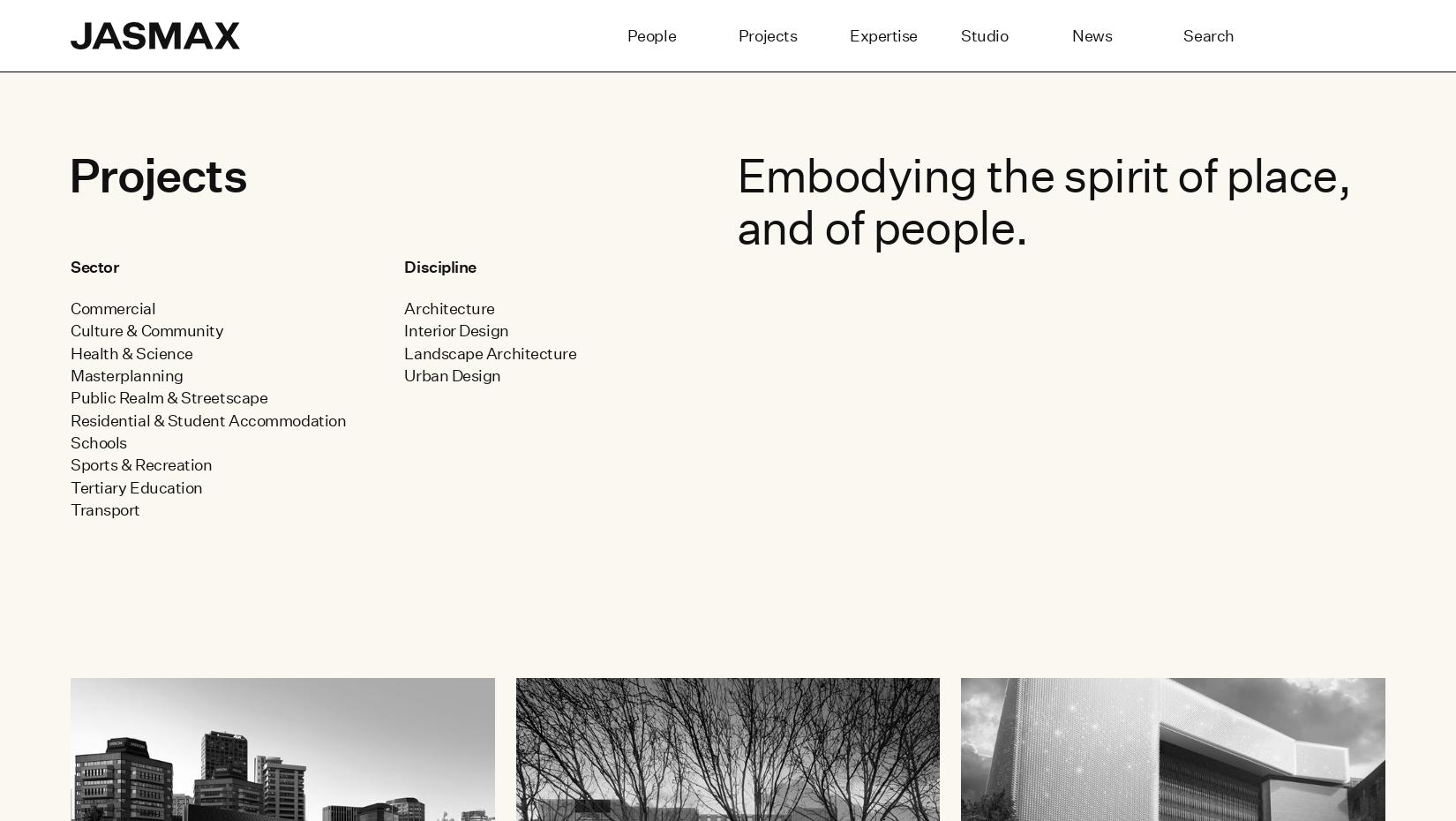 Image resolution: width=1456 pixels, height=821 pixels. Describe the element at coordinates (141, 463) in the screenshot. I see `'Sports & Recreation'` at that location.